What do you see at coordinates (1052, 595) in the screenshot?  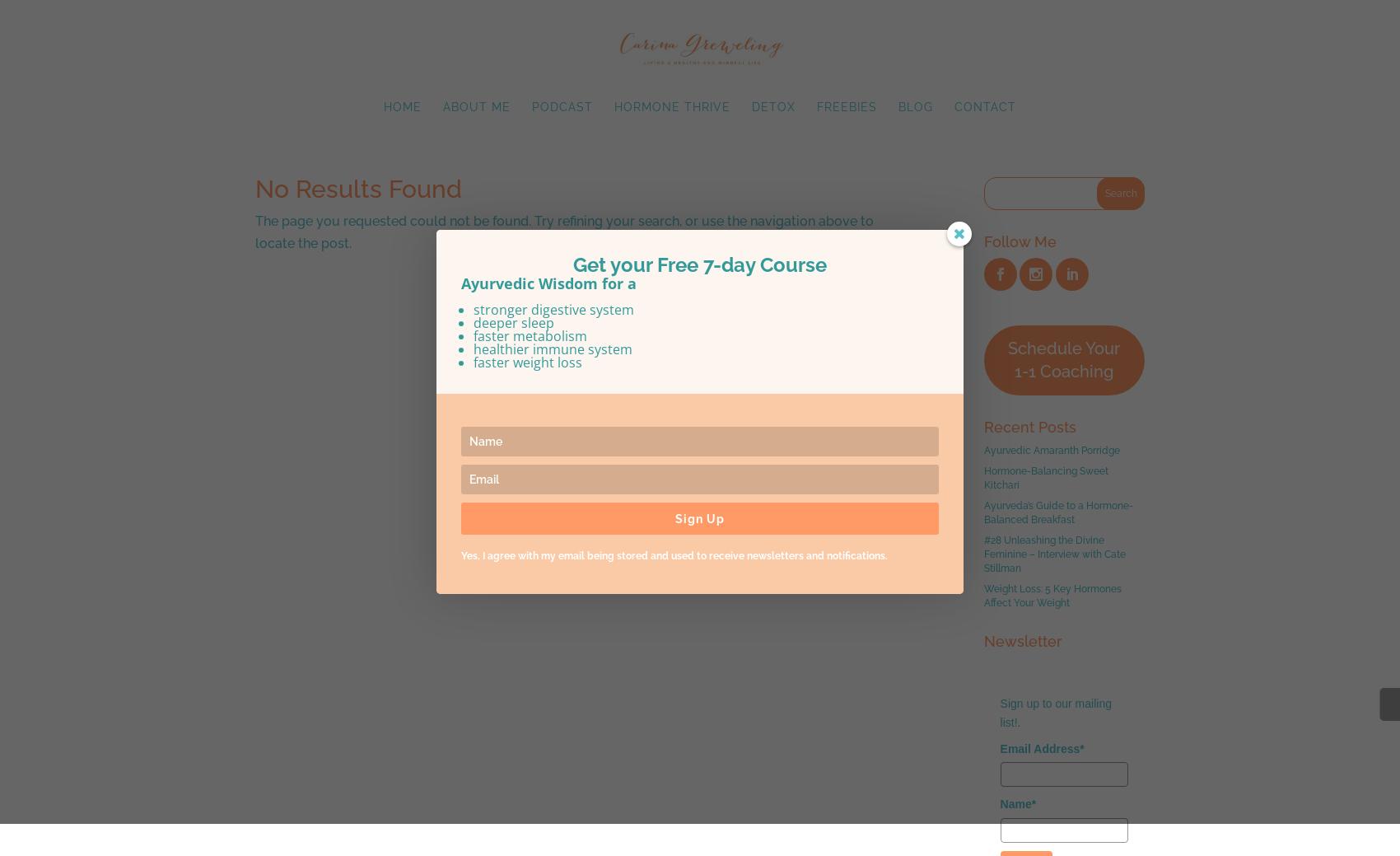 I see `'Weight Loss: 5 Key Hormones Affect Your Weight'` at bounding box center [1052, 595].